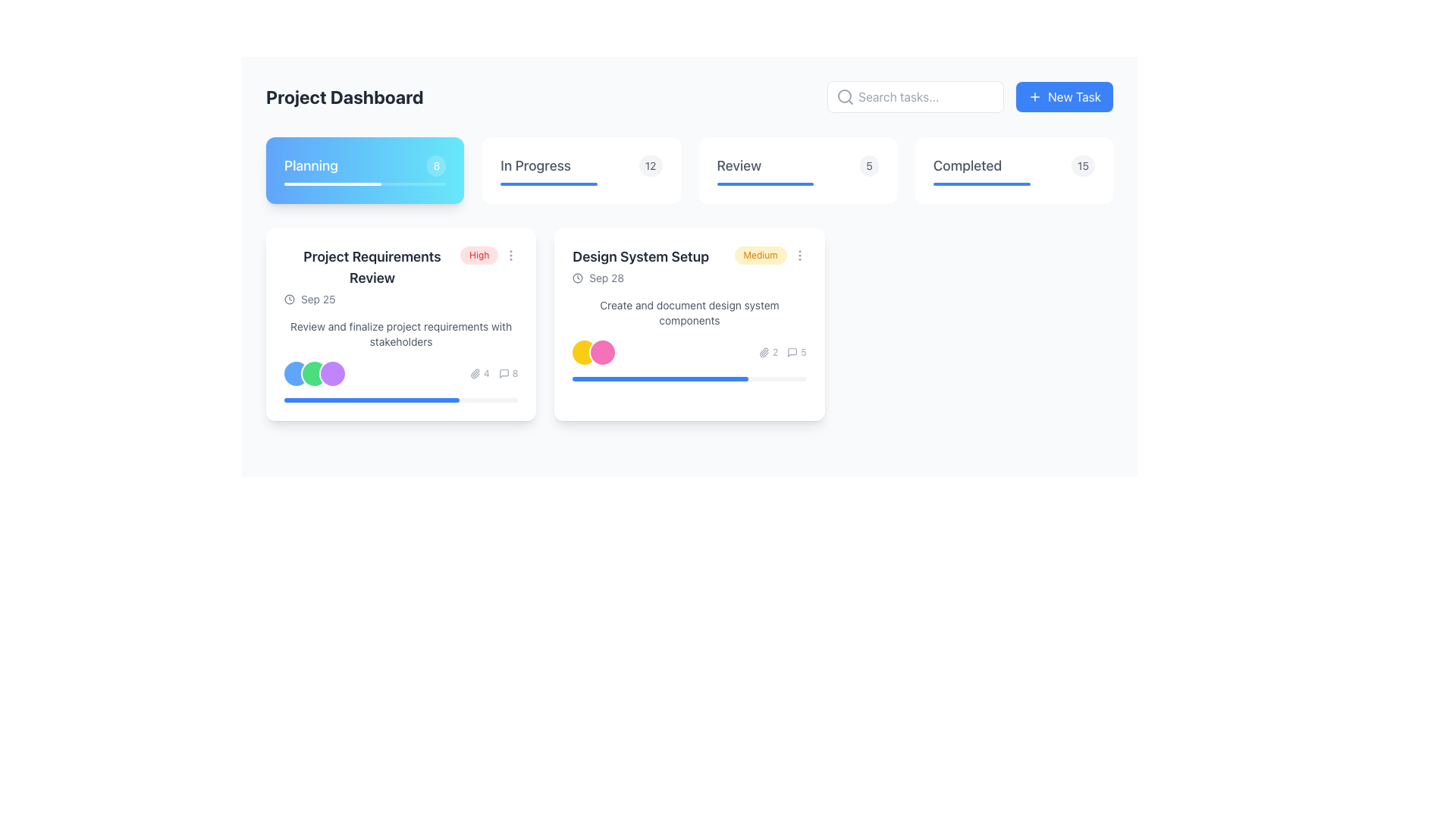 The height and width of the screenshot is (819, 1456). What do you see at coordinates (296, 374) in the screenshot?
I see `the leftmost circular avatar representing the user 'Sarah' in the collaborator group, located below the 'Project Requirements Review' card` at bounding box center [296, 374].